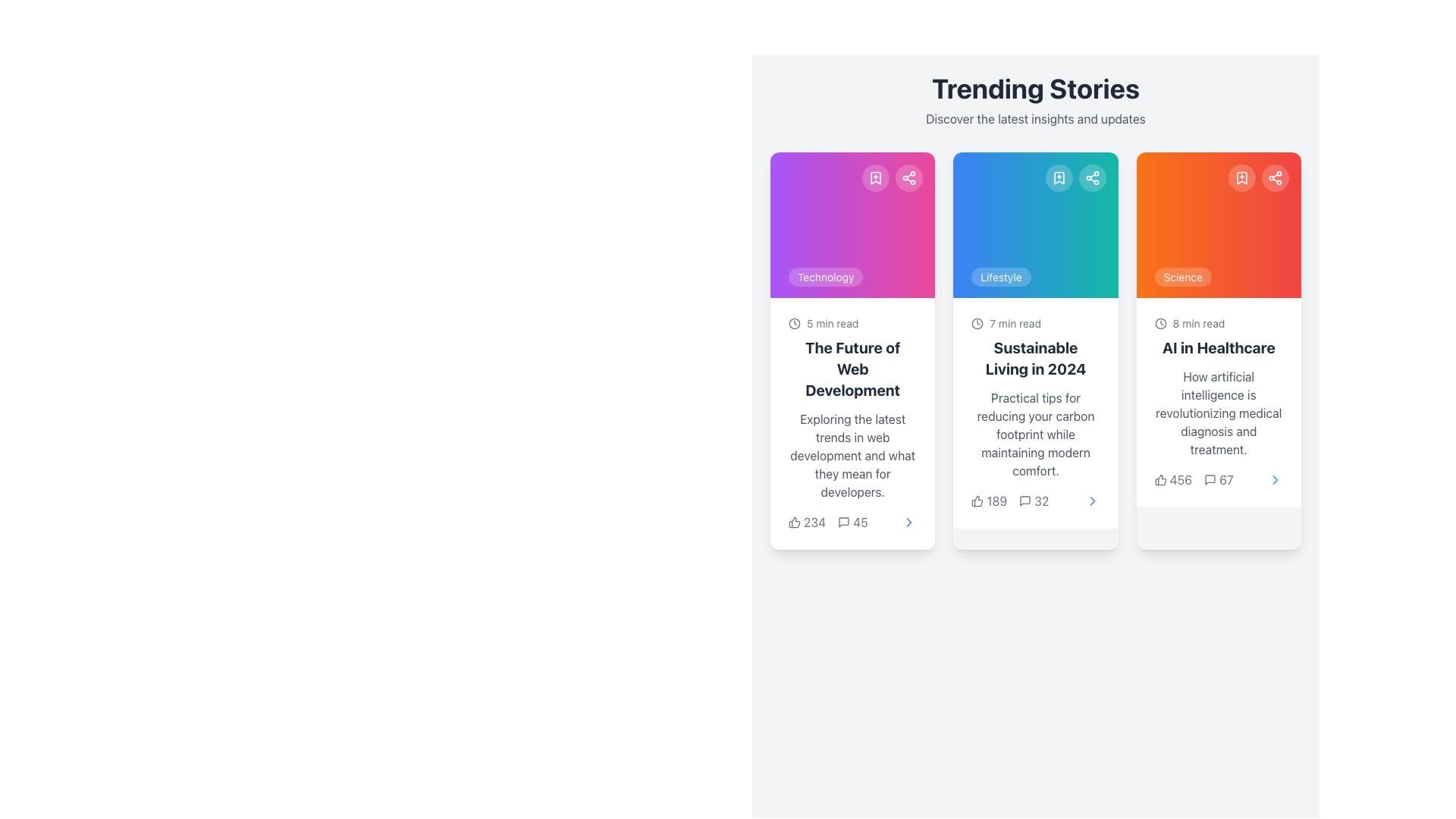  Describe the element at coordinates (1219, 413) in the screenshot. I see `the informational text block that provides a summary about 'AI in Healthcare', located in the third card below the header and above the icons and statistics` at that location.